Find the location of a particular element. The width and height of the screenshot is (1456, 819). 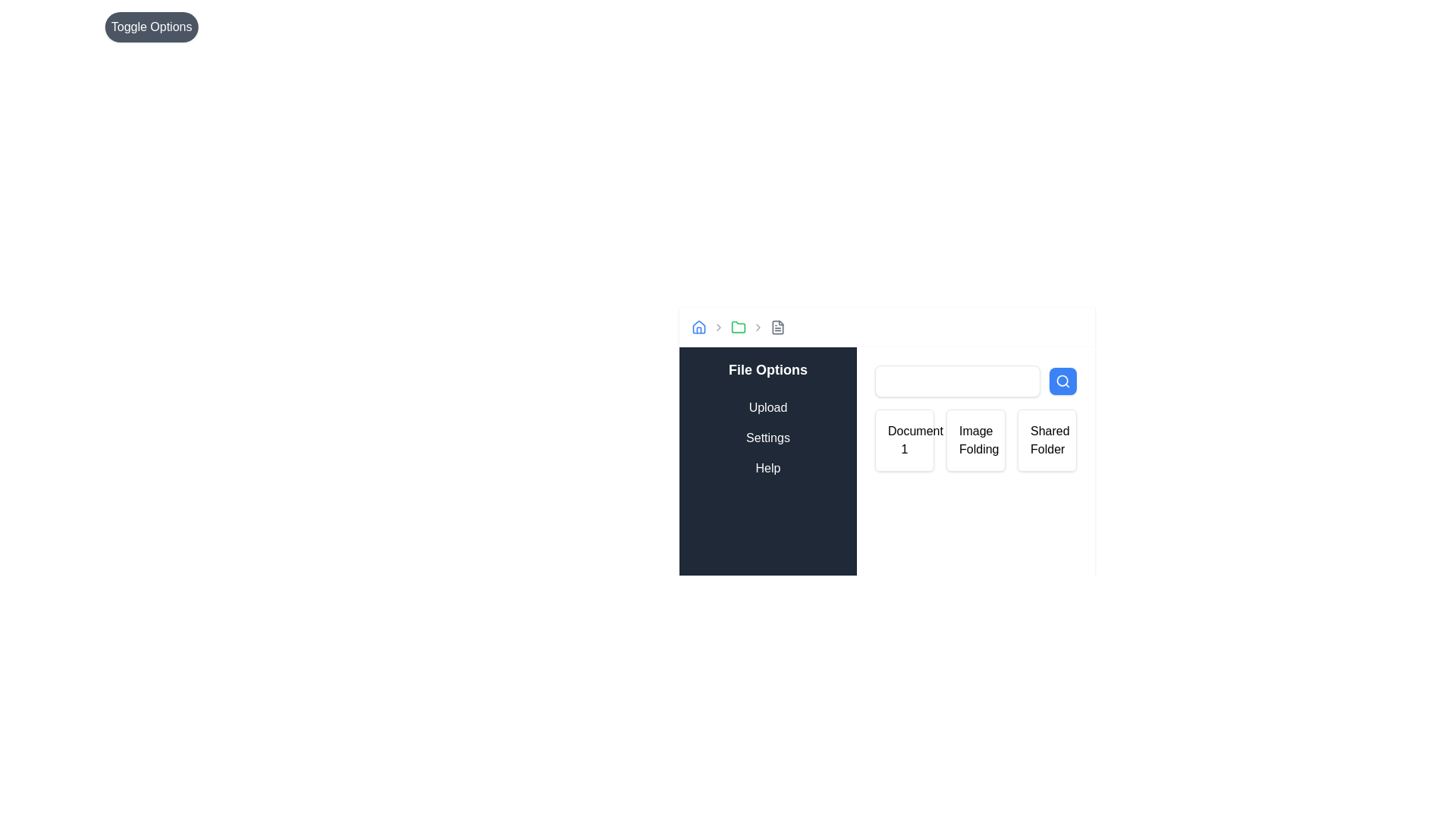

Text Label that serves as a heading for the file options section in the vertical navigation menu located on the left side of the interface is located at coordinates (767, 370).